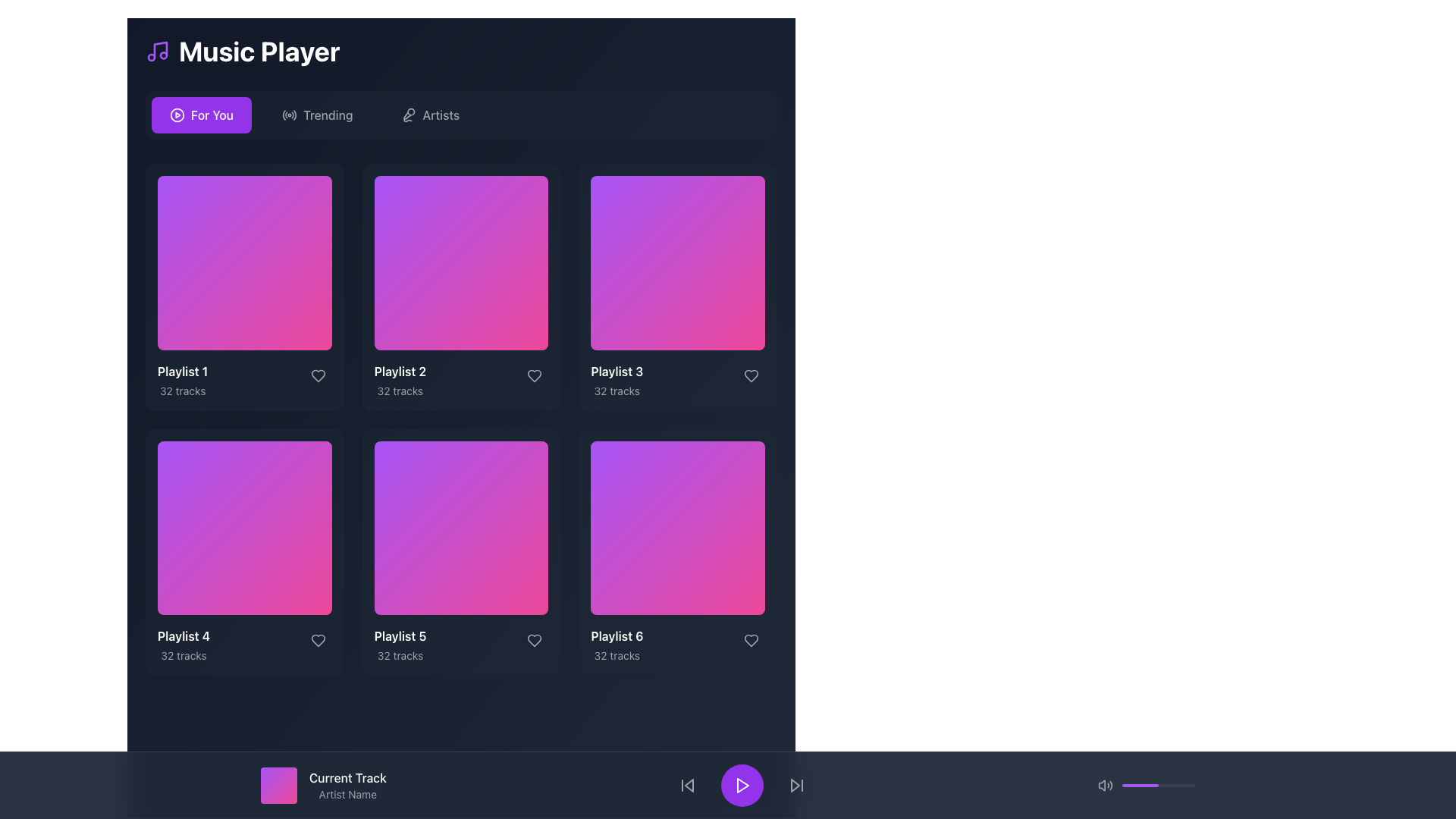 The width and height of the screenshot is (1456, 819). I want to click on the slider value, so click(1176, 785).